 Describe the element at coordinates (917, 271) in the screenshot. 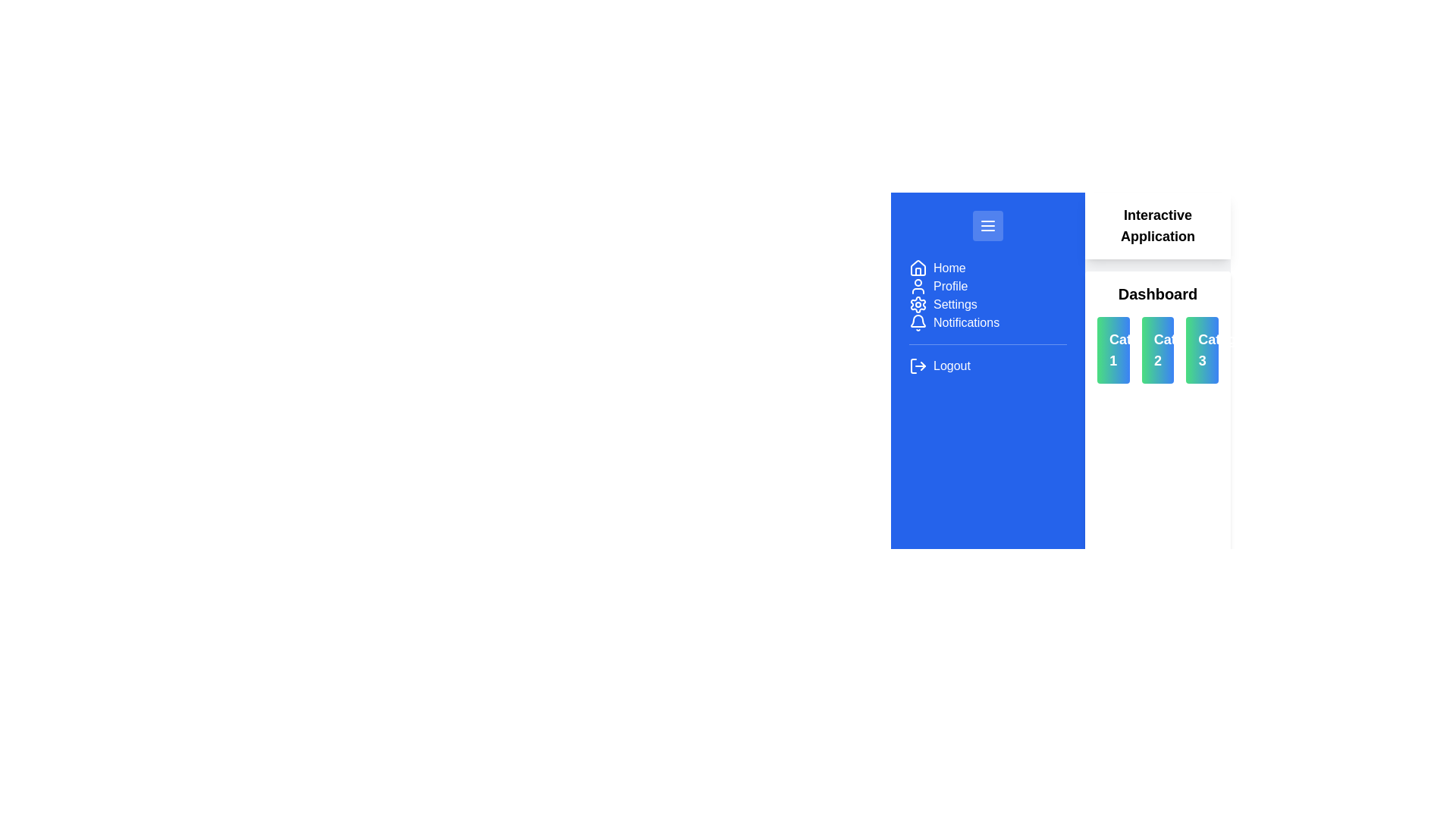

I see `the vertical rectangular shape representing a door or frame within the house icon located in the left sidebar, which is centrally and vertically aligned relative to the house's base area` at that location.